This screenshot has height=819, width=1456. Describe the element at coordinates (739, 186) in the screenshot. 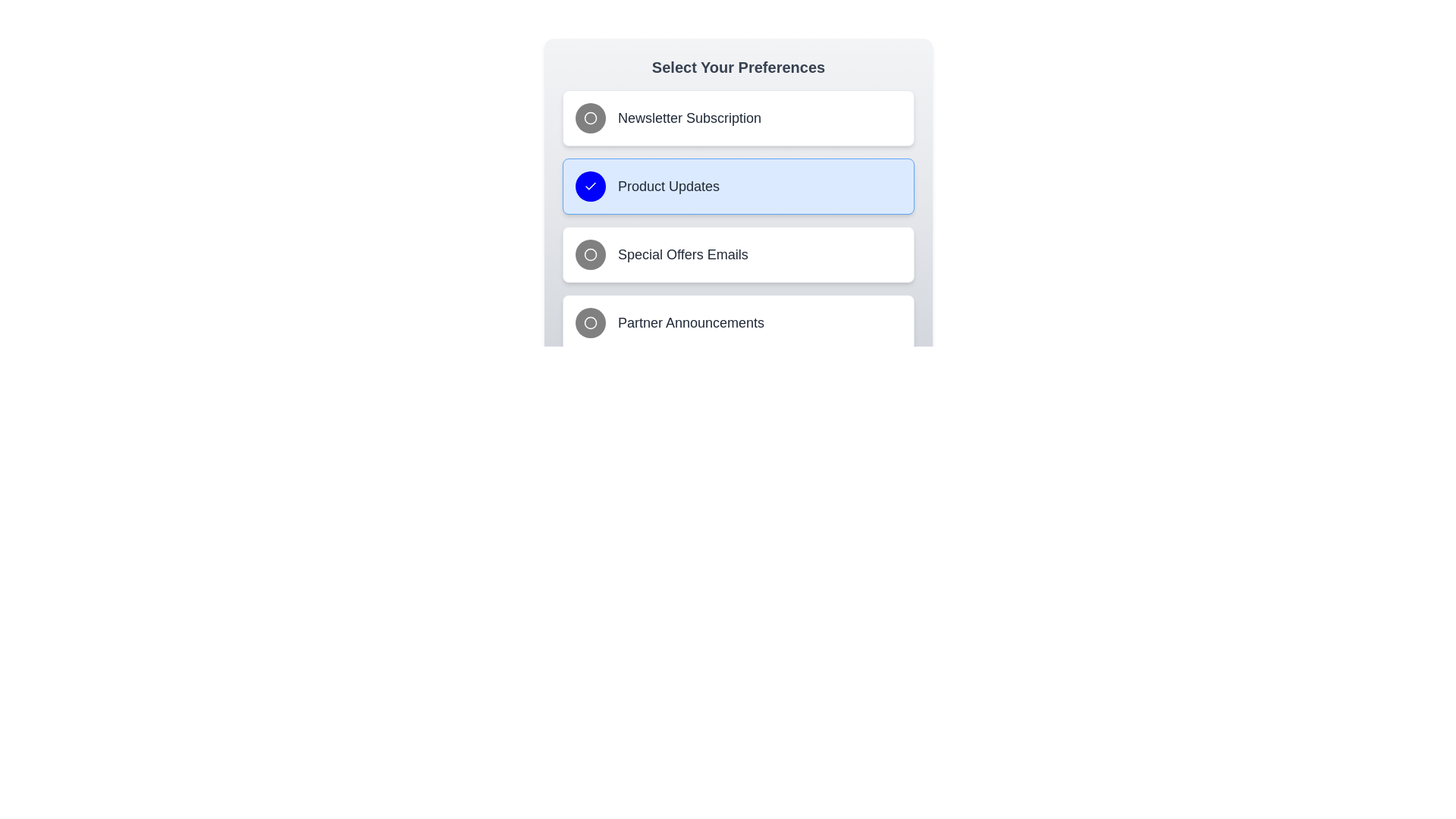

I see `the preference option Product Updates` at that location.